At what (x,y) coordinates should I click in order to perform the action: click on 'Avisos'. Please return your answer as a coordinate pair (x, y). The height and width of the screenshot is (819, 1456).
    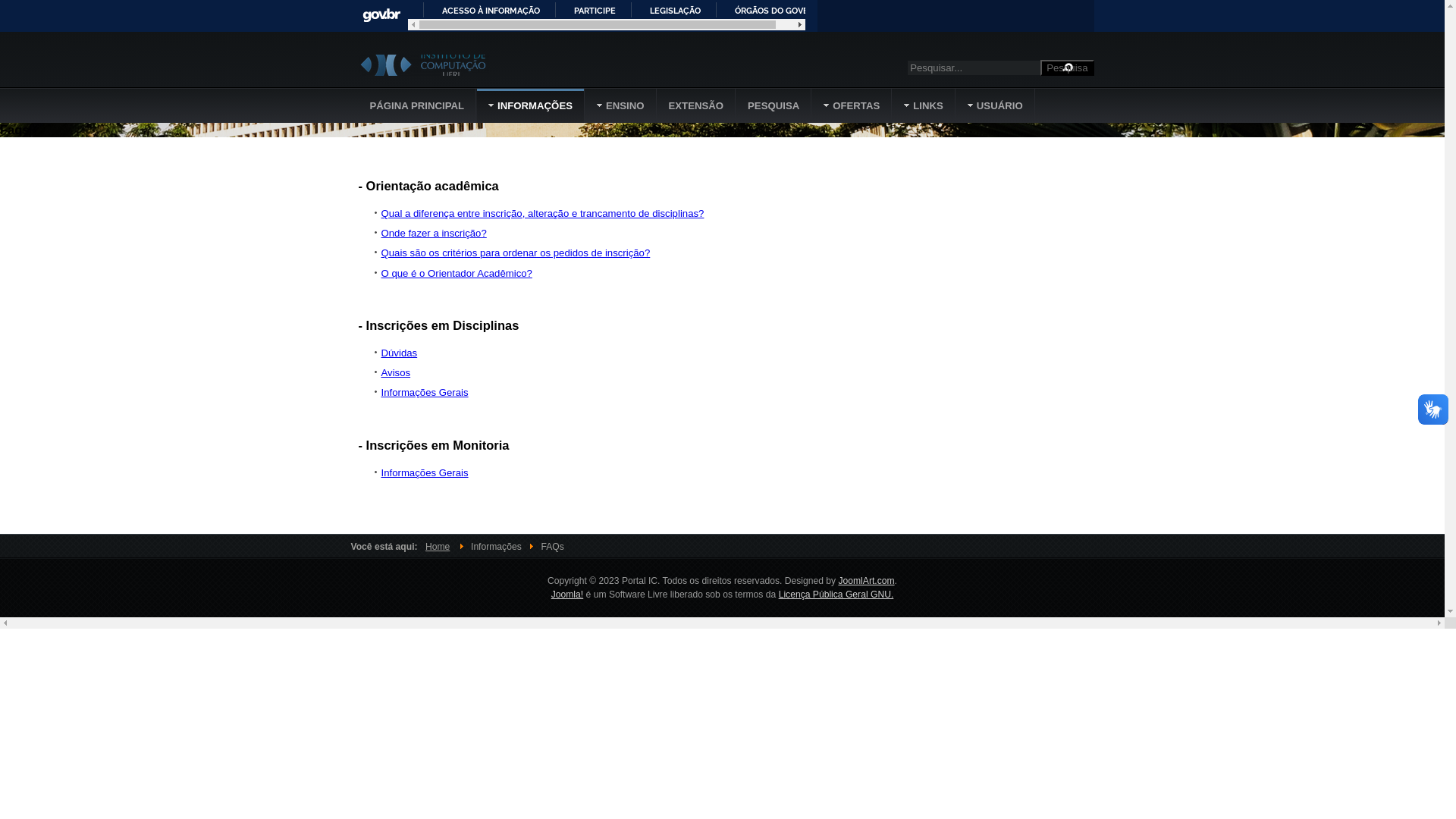
    Looking at the image, I should click on (395, 372).